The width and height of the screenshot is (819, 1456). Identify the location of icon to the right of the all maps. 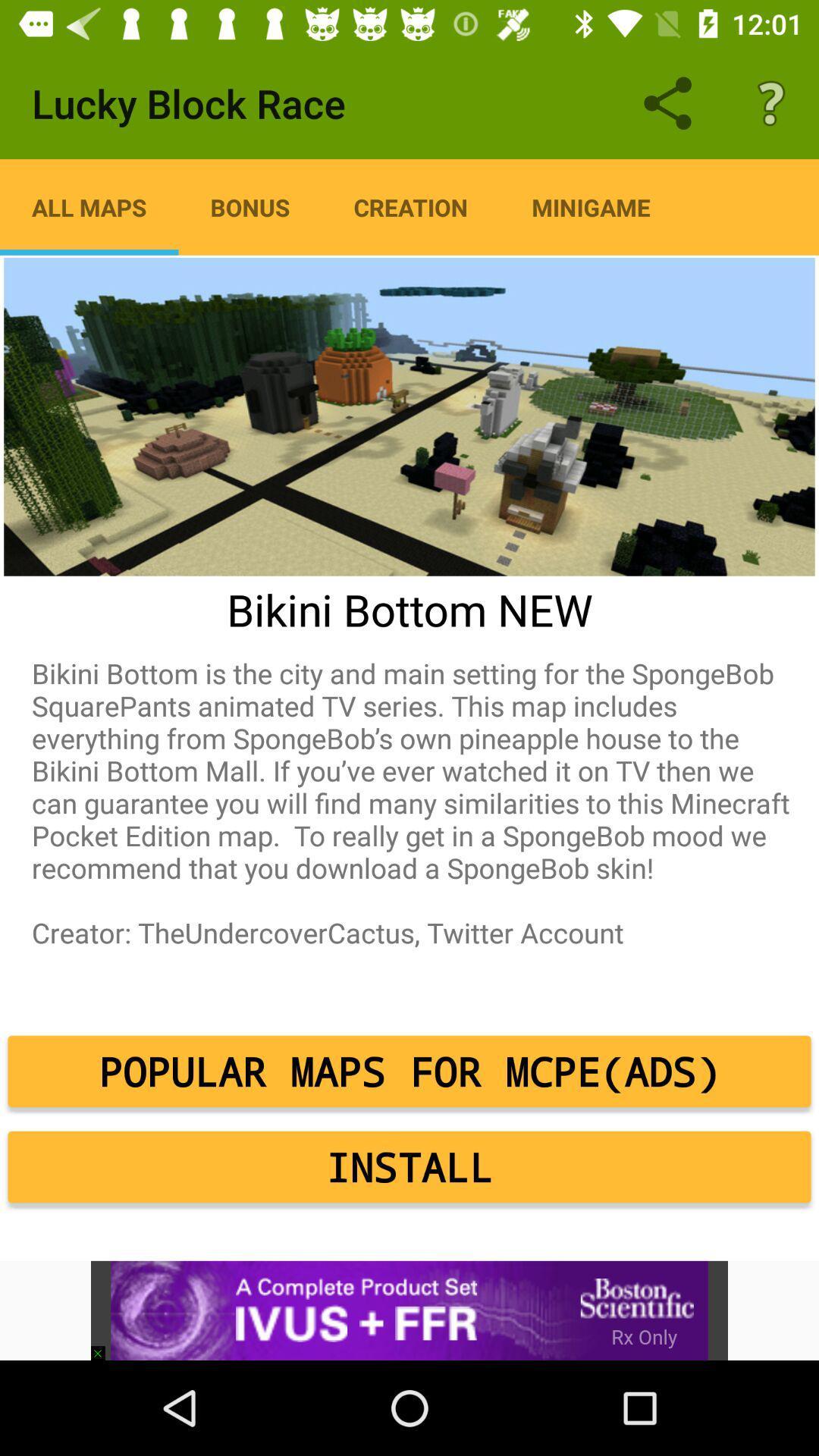
(249, 206).